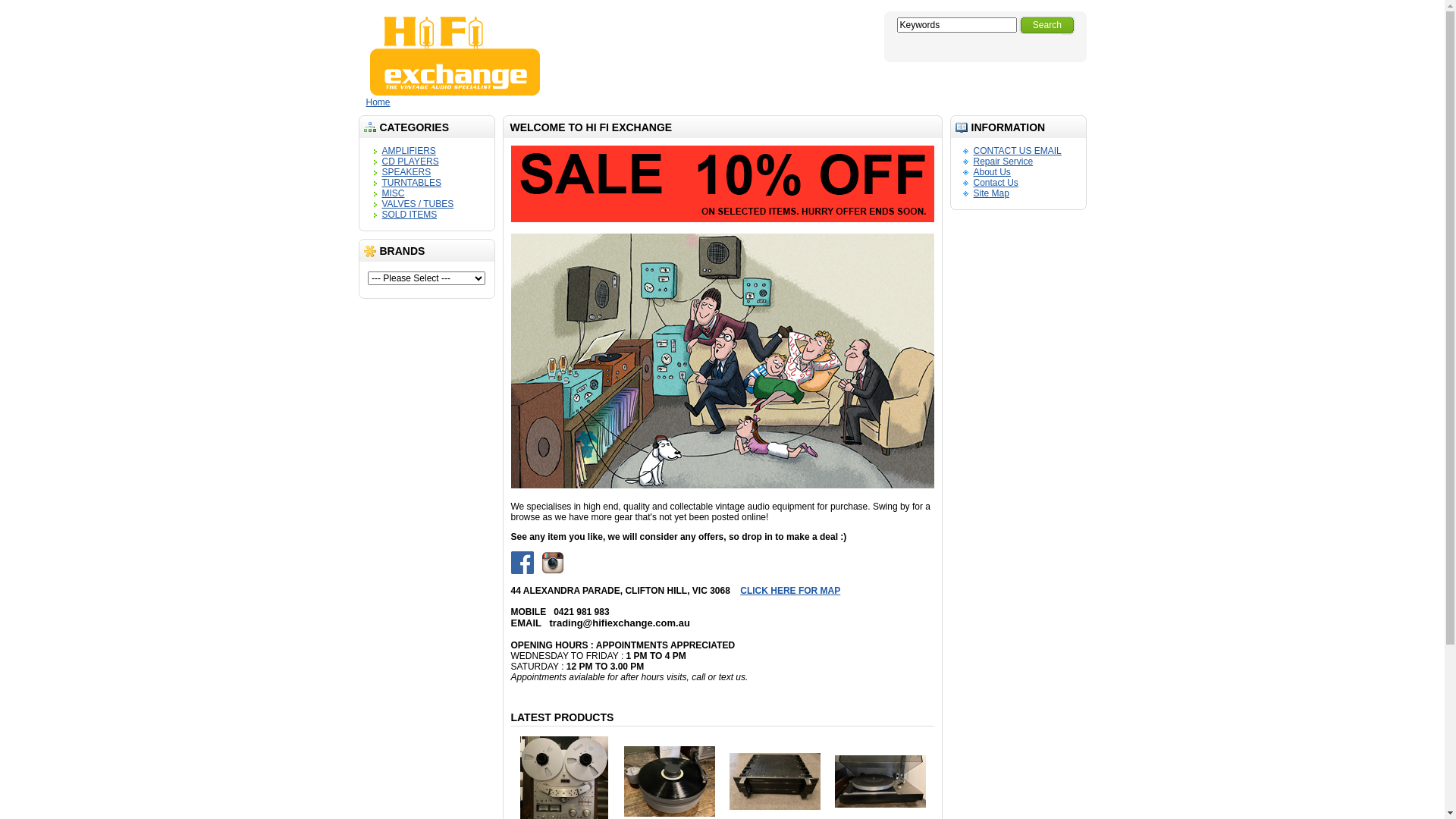 The image size is (1456, 819). Describe the element at coordinates (992, 171) in the screenshot. I see `'About Us'` at that location.